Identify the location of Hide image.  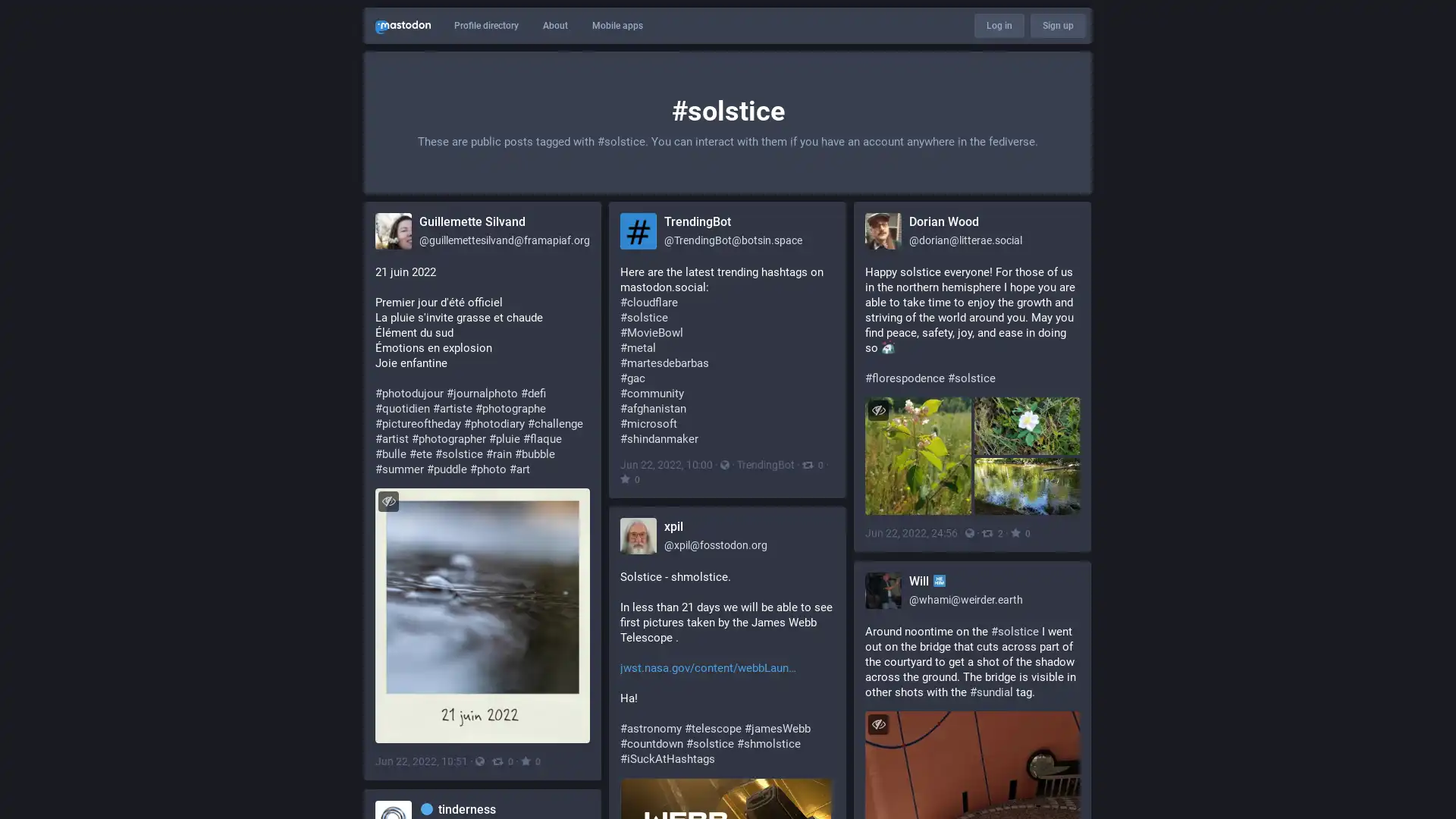
(878, 723).